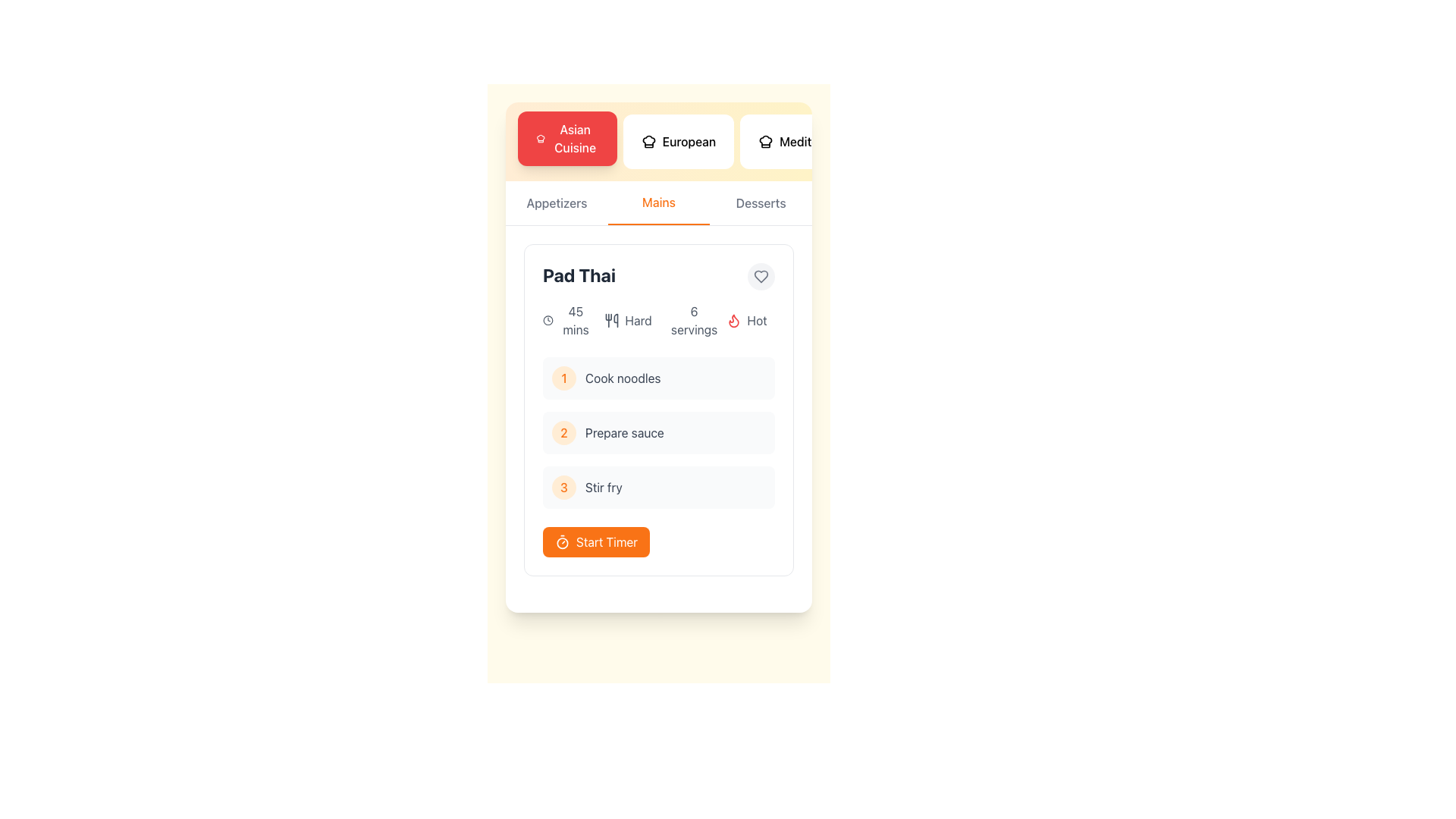 This screenshot has height=819, width=1456. I want to click on instruction step text from the List item or step indicator that contains the text 'Prepare sauce' with an orange circular icon showing the number '2', so click(658, 432).